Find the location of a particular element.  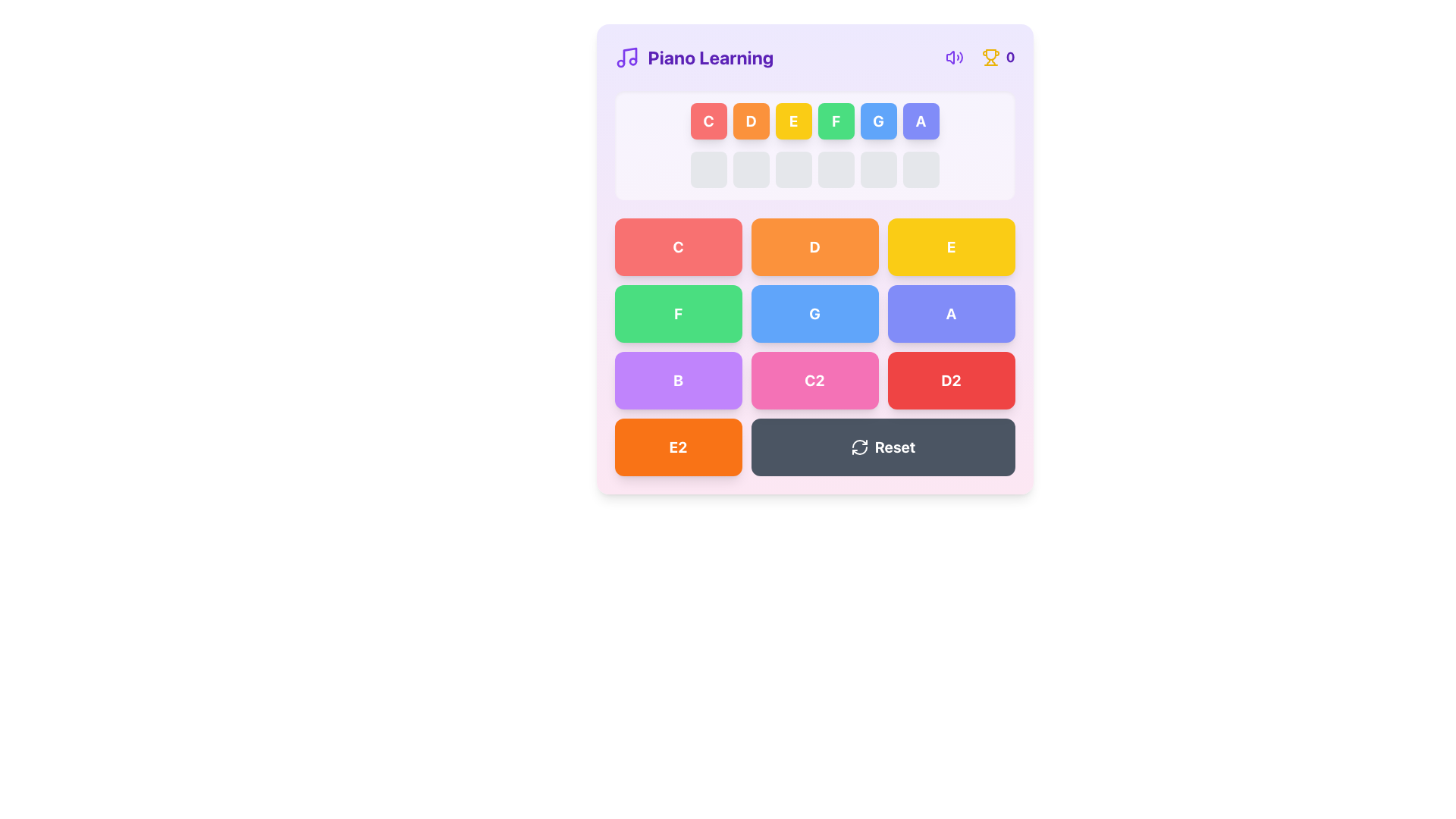

the rectangular button with rounded corners, a pink background, and bold white text 'C2' is located at coordinates (814, 379).